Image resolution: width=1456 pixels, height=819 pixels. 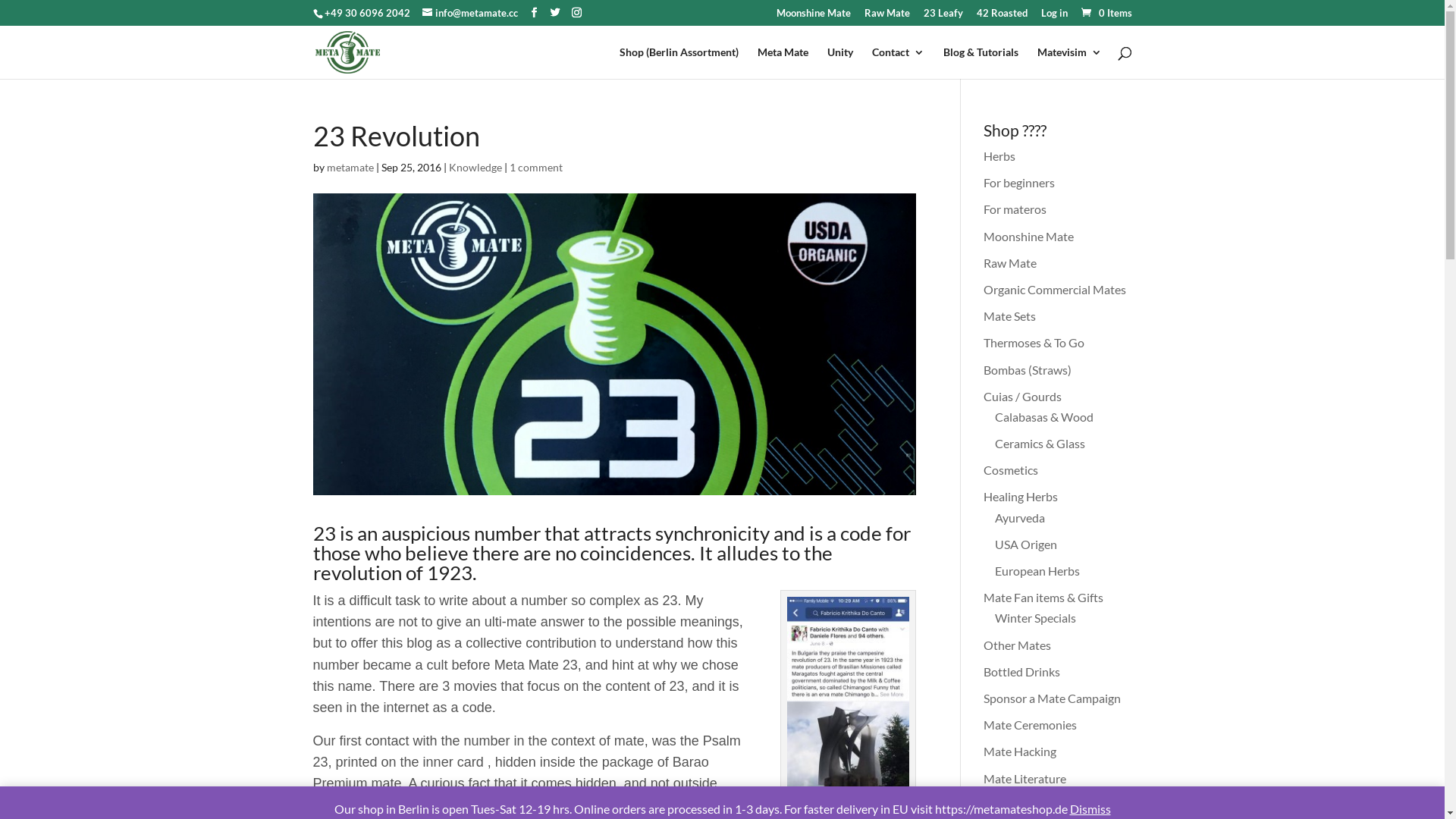 What do you see at coordinates (983, 395) in the screenshot?
I see `'Cuias / Gourds'` at bounding box center [983, 395].